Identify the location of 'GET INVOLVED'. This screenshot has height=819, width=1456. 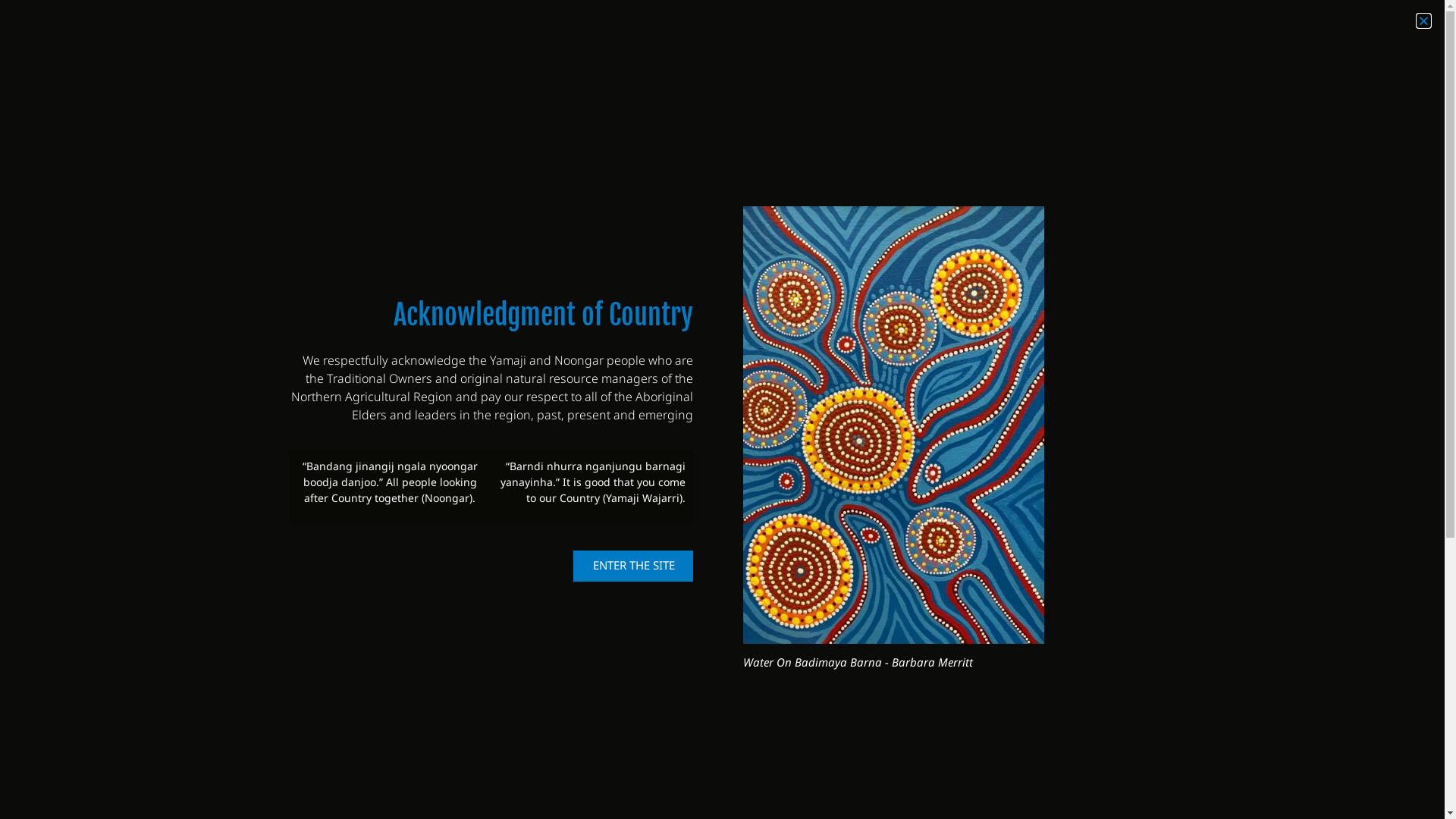
(1288, 78).